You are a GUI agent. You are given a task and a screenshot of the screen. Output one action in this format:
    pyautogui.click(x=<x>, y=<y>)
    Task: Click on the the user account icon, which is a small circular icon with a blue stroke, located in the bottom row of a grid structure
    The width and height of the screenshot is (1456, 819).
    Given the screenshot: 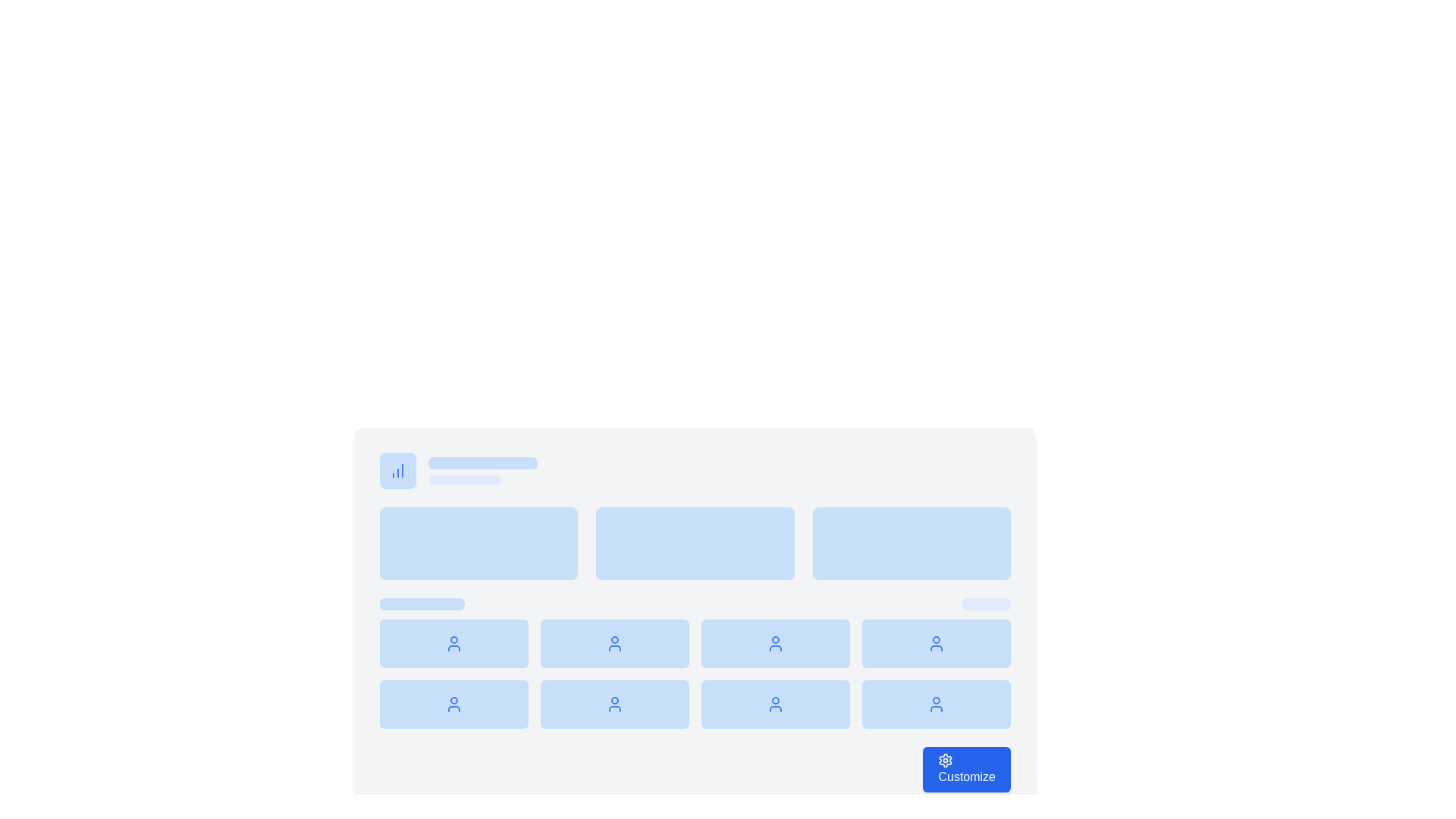 What is the action you would take?
    pyautogui.click(x=615, y=704)
    